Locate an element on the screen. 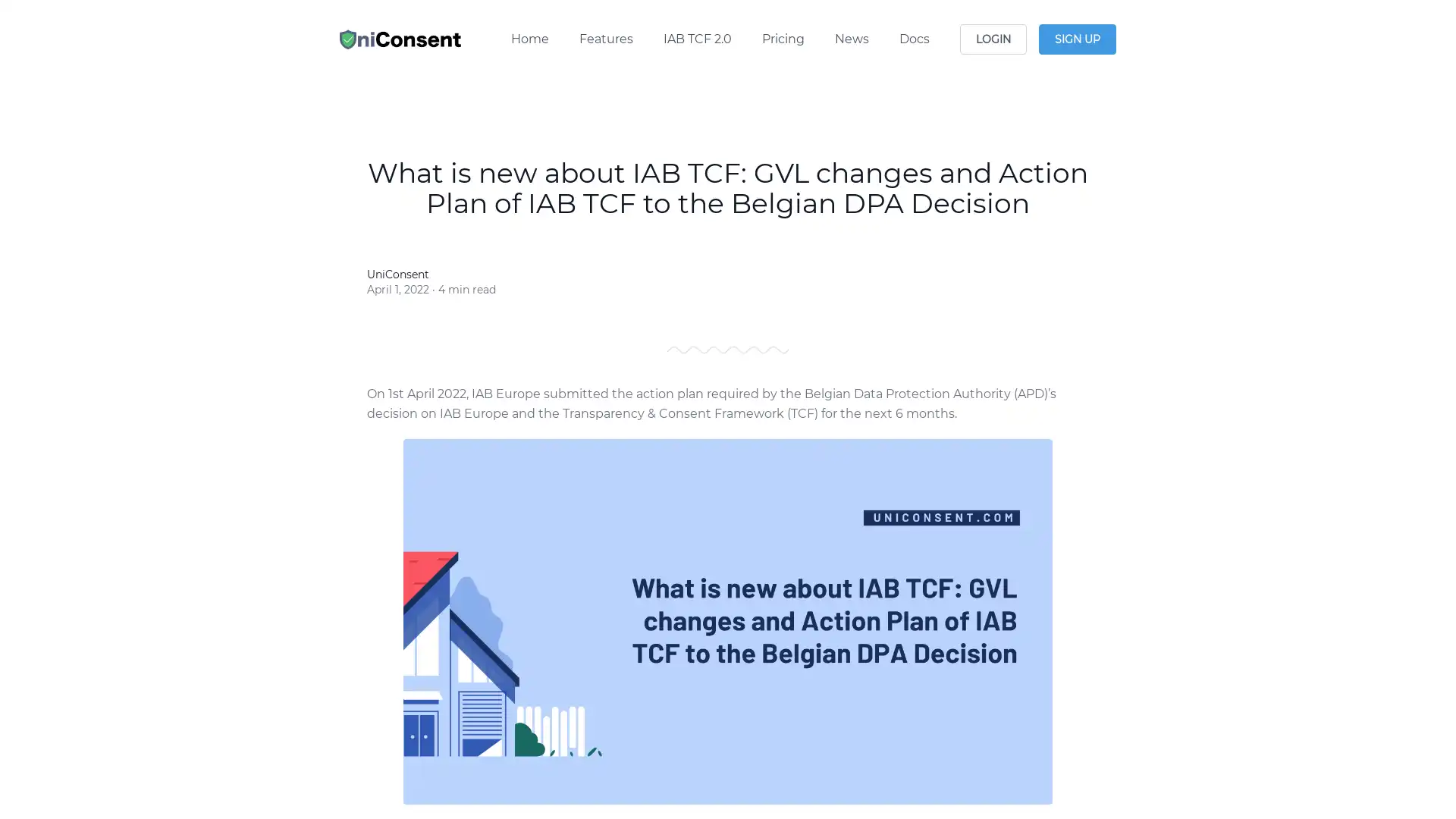 This screenshot has width=1456, height=819. Manage Options is located at coordinates (89, 791).